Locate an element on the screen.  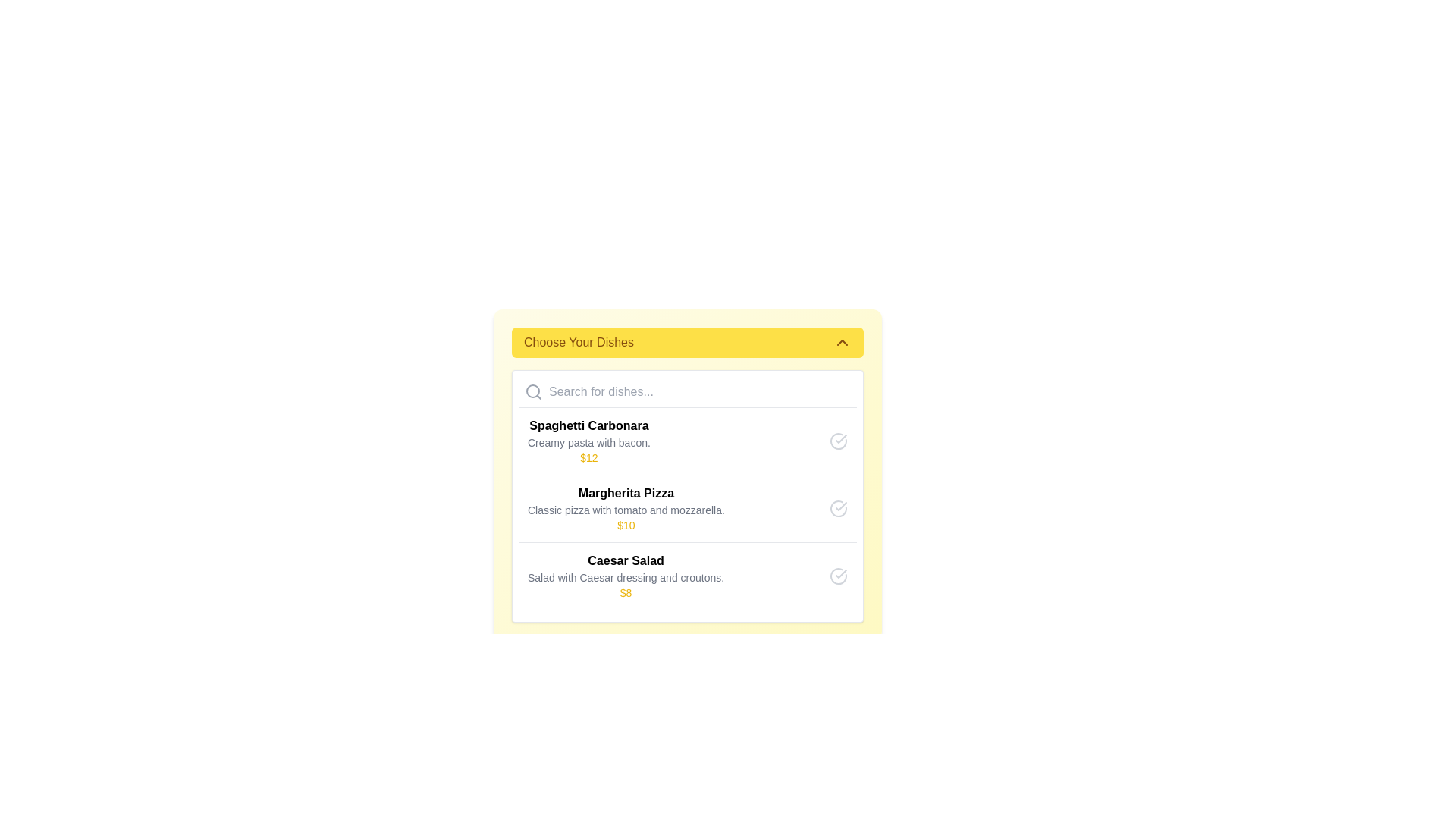
the text label that reads 'Classic pizza with tomato and mozzarella.' which is located below the title 'Margherita Pizza' and above the price '$10' is located at coordinates (626, 510).